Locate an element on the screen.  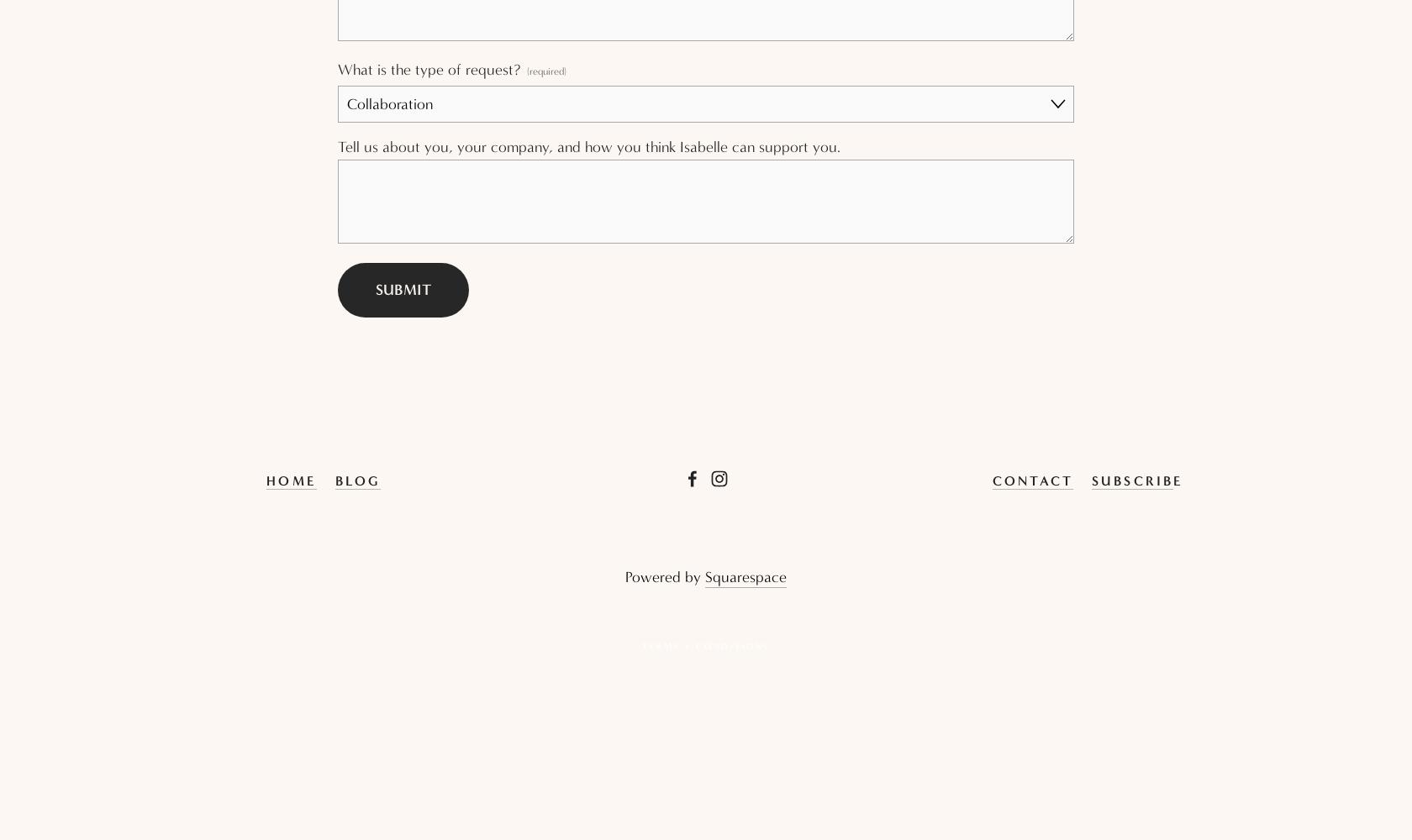
'Powered by' is located at coordinates (665, 577).